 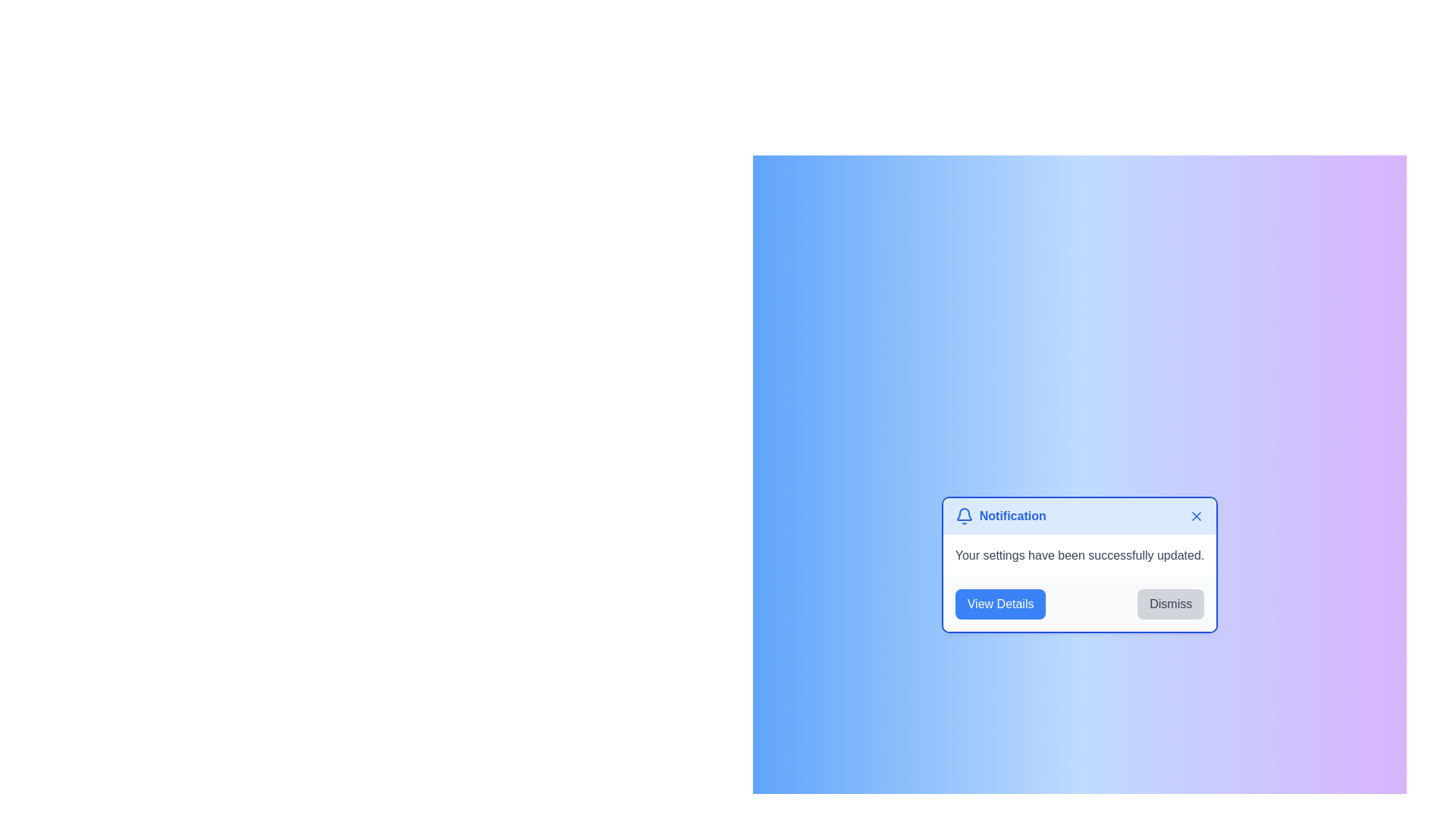 I want to click on the button located to the left of the 'Dismiss' button within the light gray notification box, so click(x=1000, y=604).